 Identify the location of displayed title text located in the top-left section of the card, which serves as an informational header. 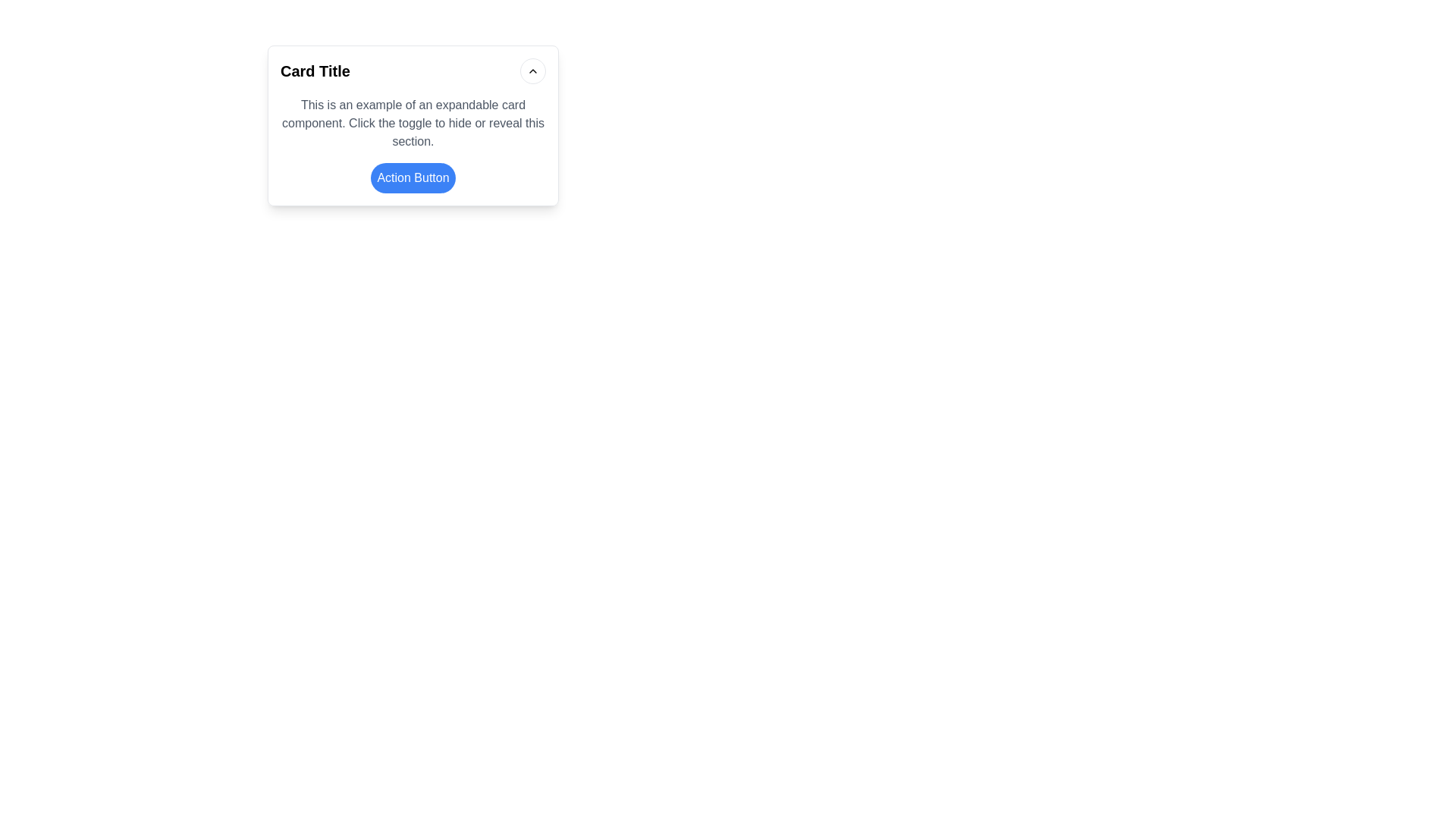
(314, 71).